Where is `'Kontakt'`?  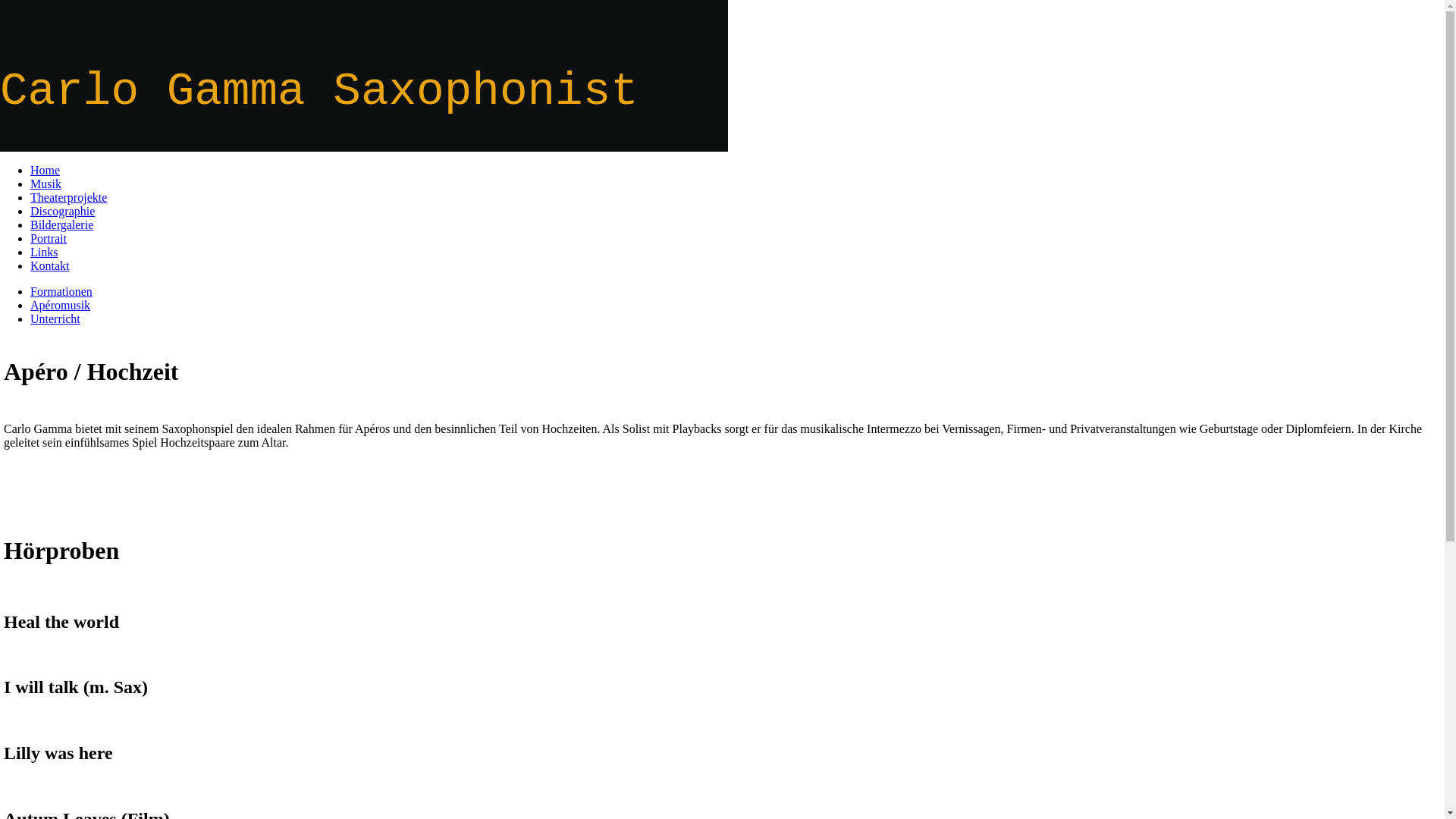
'Kontakt' is located at coordinates (50, 265).